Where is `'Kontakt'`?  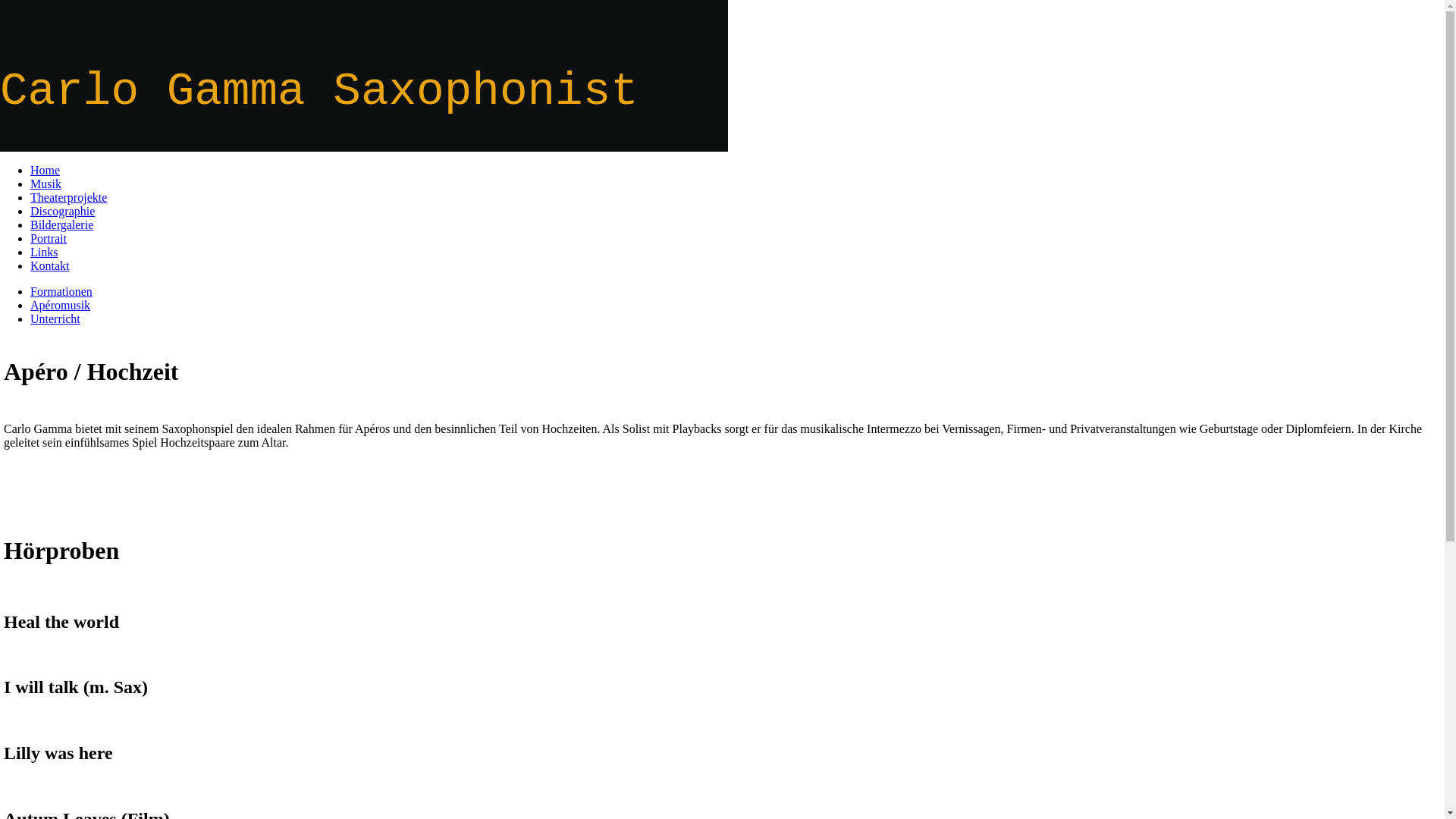
'Kontakt' is located at coordinates (50, 265).